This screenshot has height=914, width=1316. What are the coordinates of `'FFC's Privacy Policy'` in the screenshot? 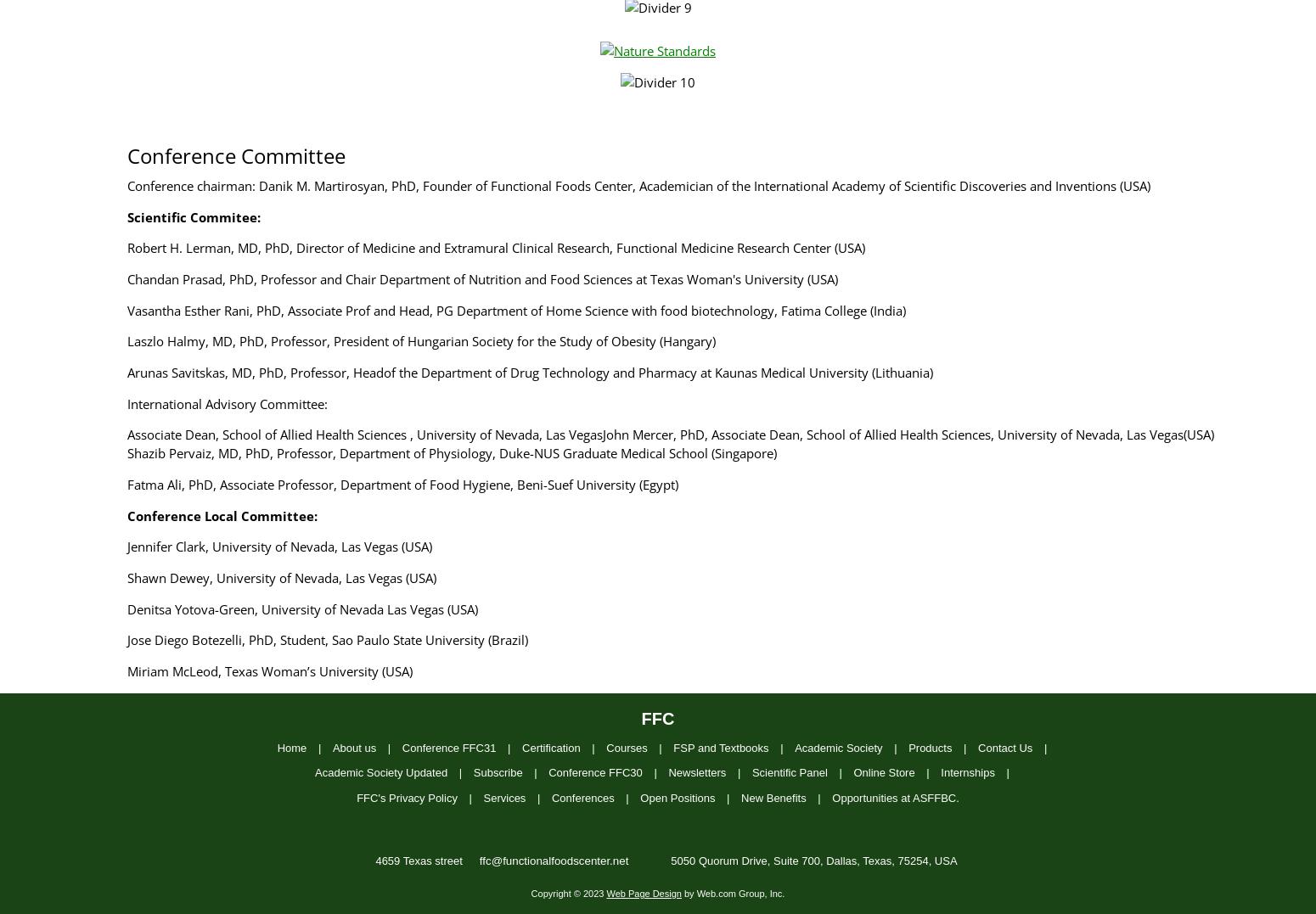 It's located at (357, 796).